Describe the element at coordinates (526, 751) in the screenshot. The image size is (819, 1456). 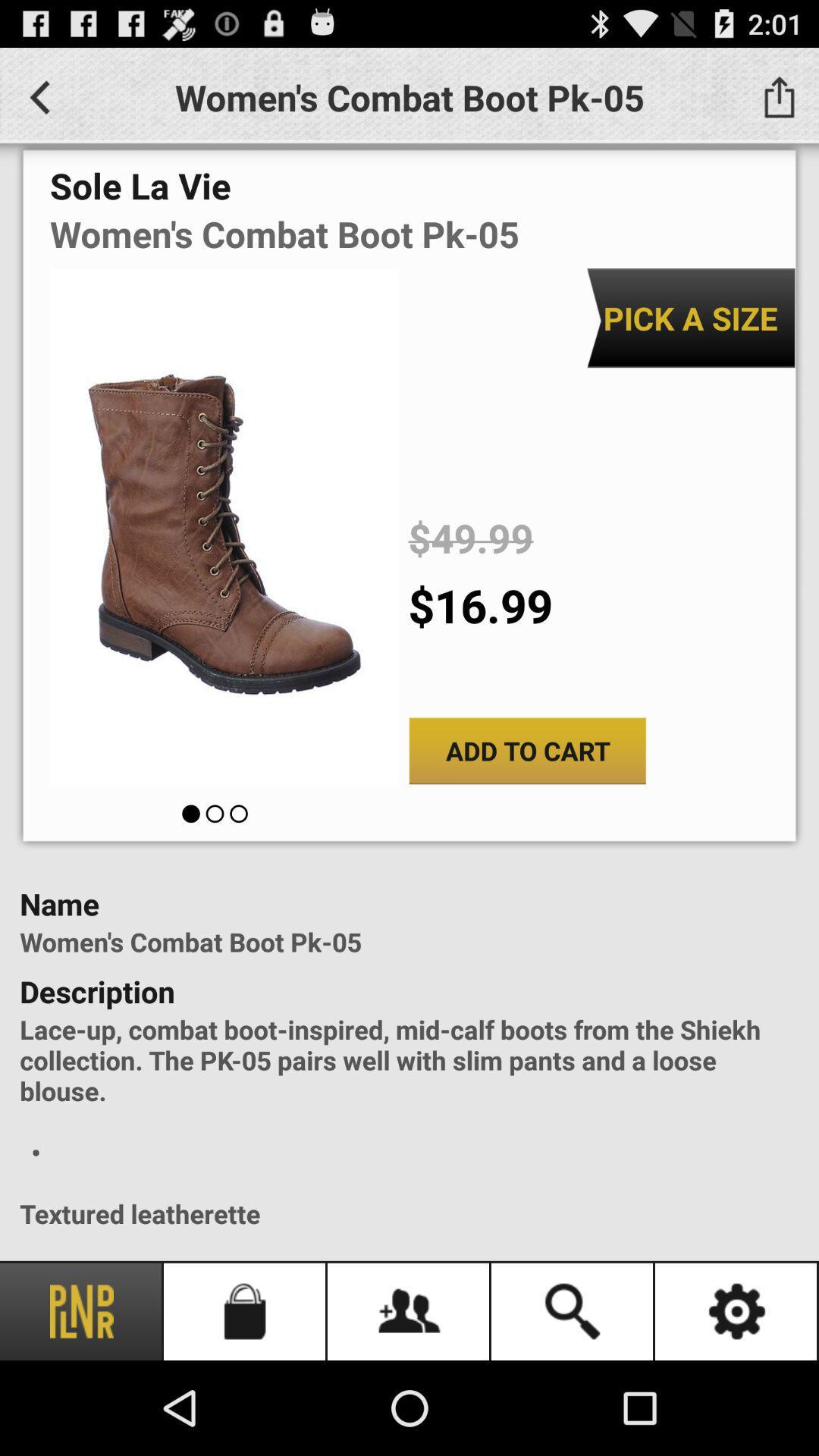
I see `icon above the name` at that location.